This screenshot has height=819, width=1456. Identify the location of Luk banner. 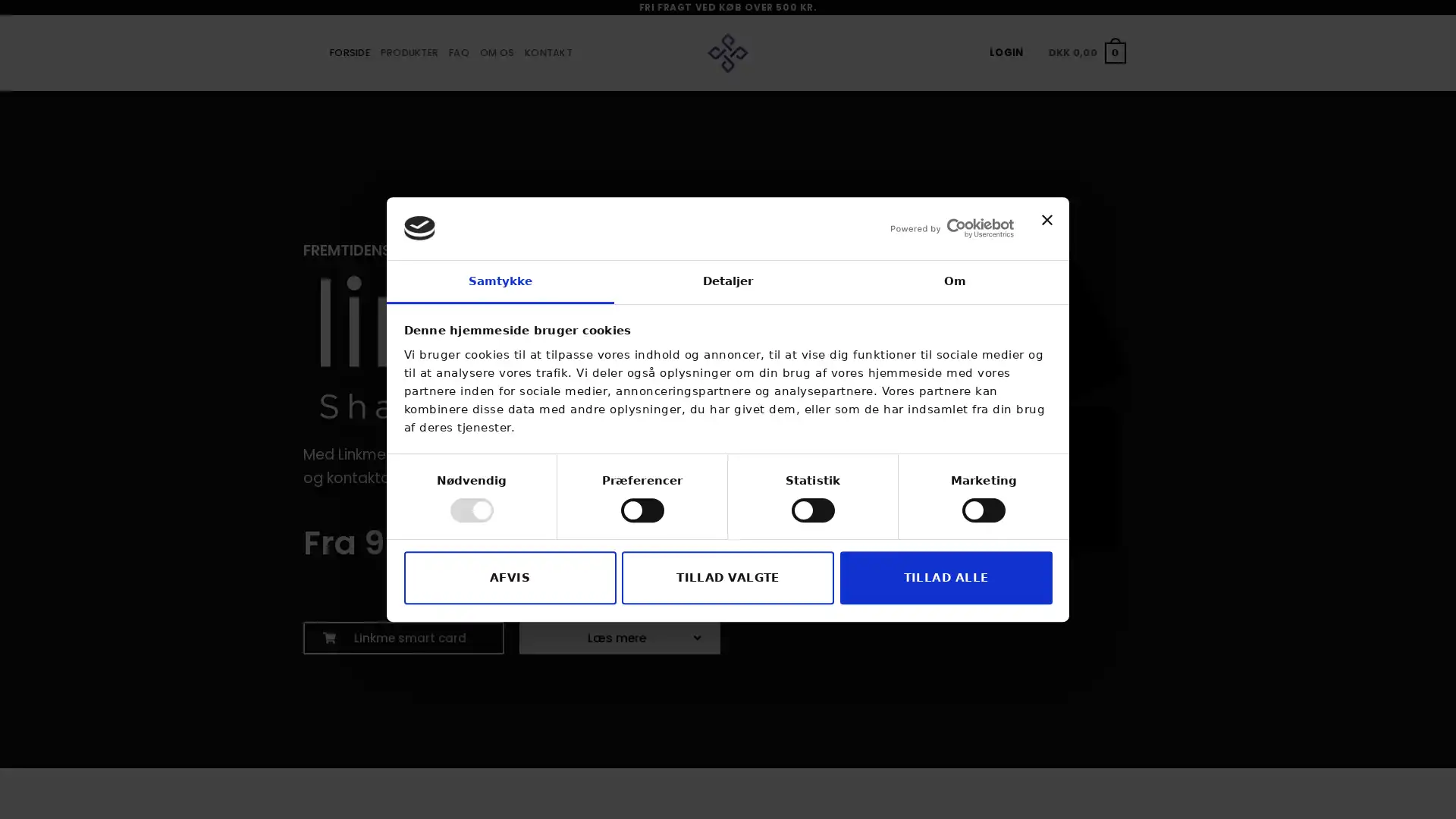
(1046, 227).